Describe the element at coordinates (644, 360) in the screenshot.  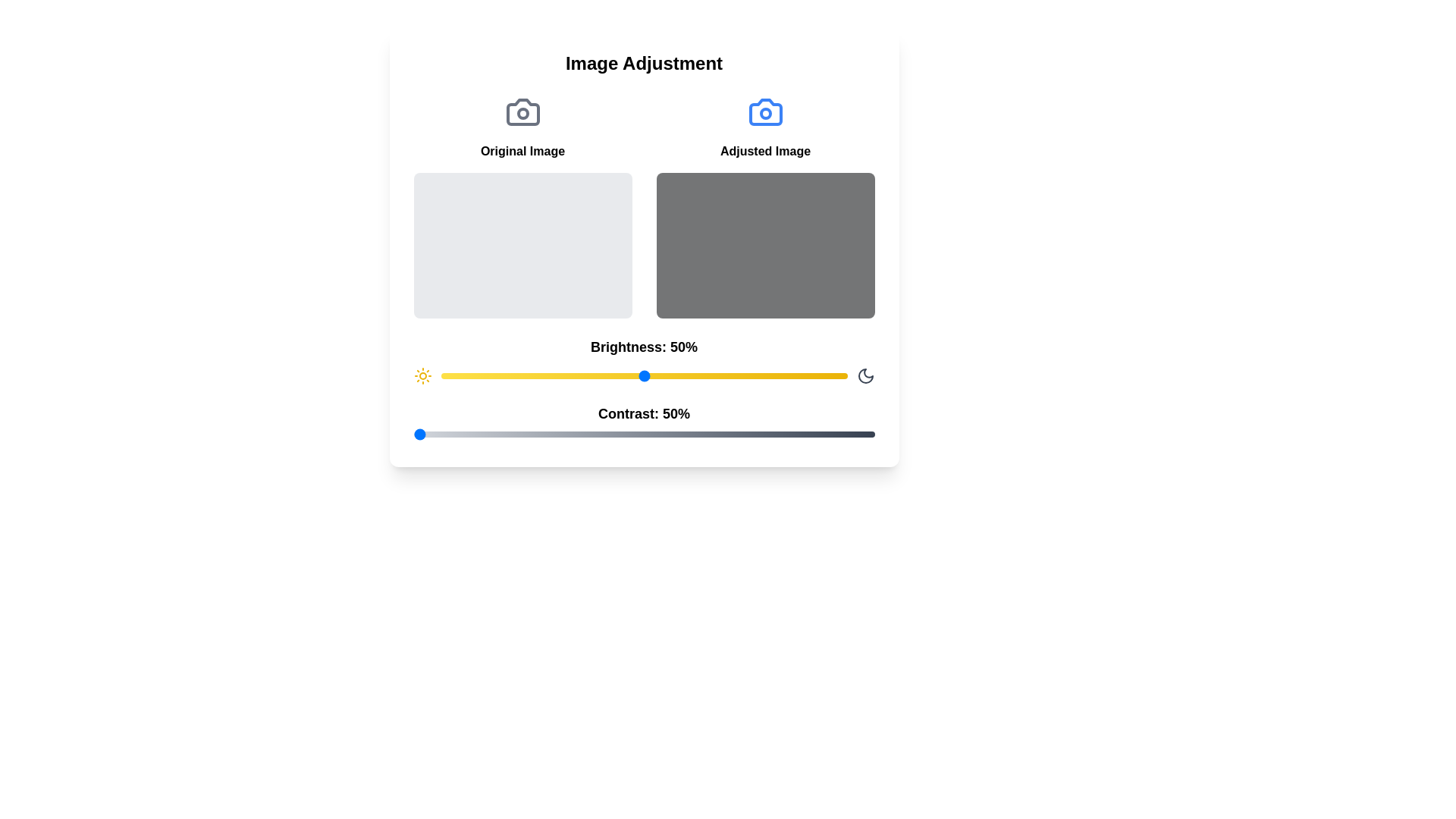
I see `the brightness slider component labeled 'Brightness: 50%' which features a yellow linear gradient and is positioned centrally in the image adjustments section` at that location.